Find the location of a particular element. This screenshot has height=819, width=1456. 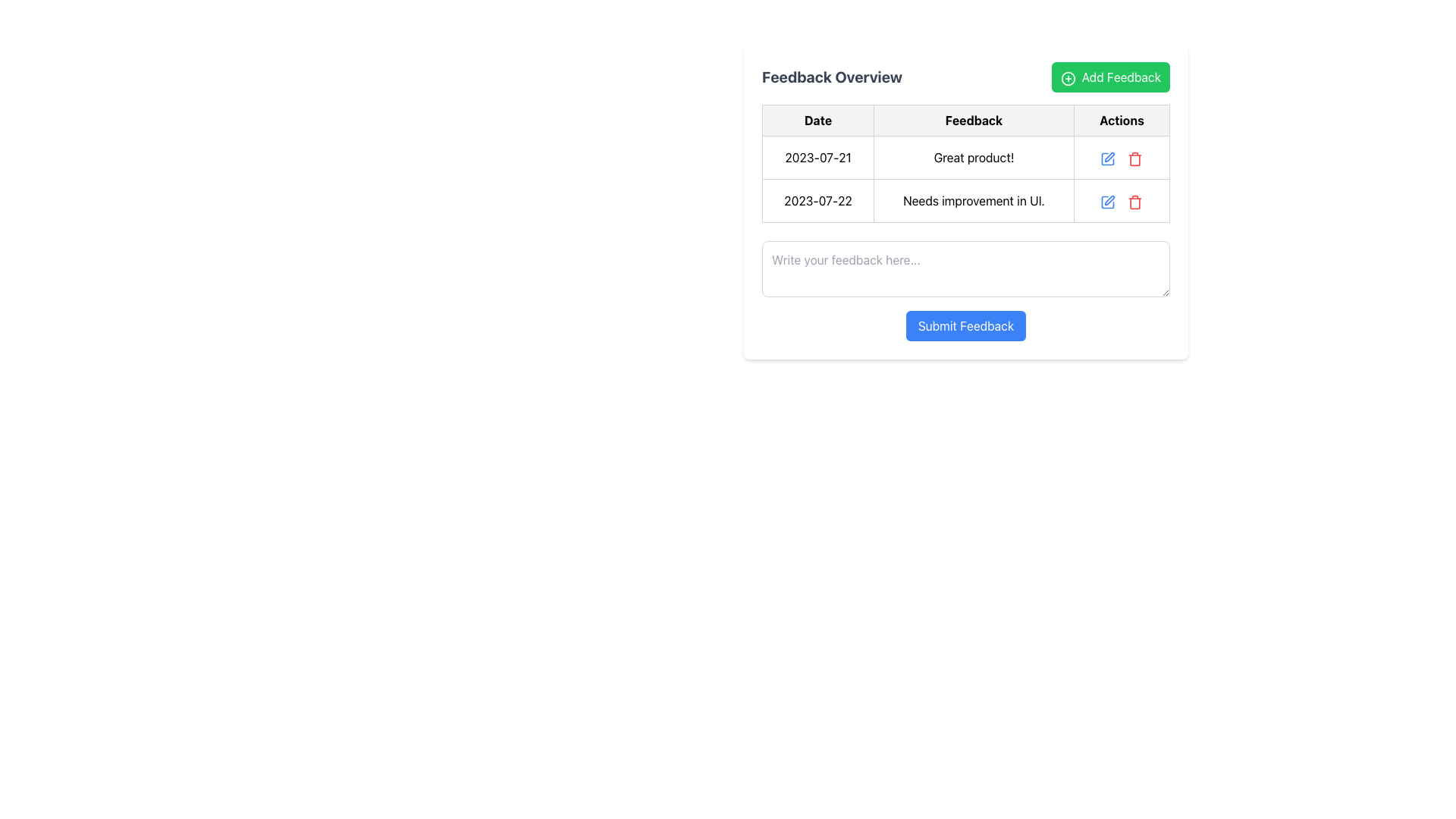

the 'Feedback Overview' text label, which is a bold, medium-large dark gray text aligned left at the top of a section containing a feedback table is located at coordinates (831, 77).